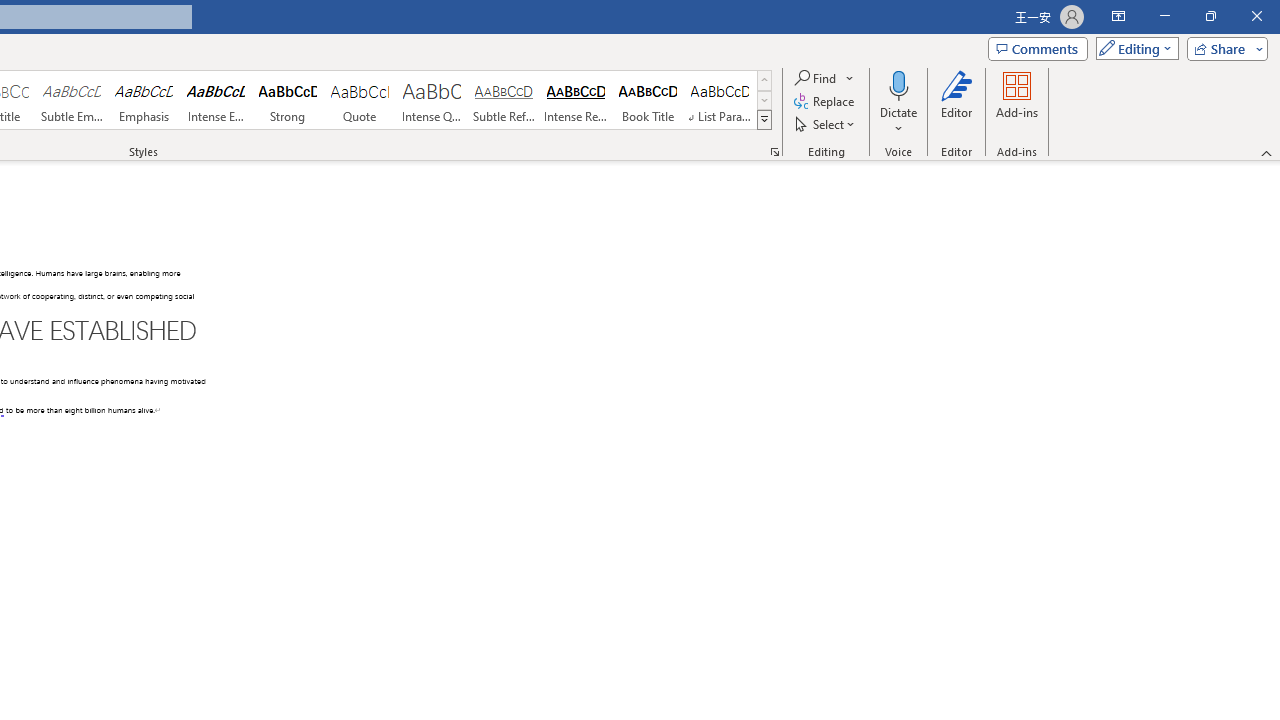 The height and width of the screenshot is (720, 1280). Describe the element at coordinates (763, 100) in the screenshot. I see `'Row Down'` at that location.